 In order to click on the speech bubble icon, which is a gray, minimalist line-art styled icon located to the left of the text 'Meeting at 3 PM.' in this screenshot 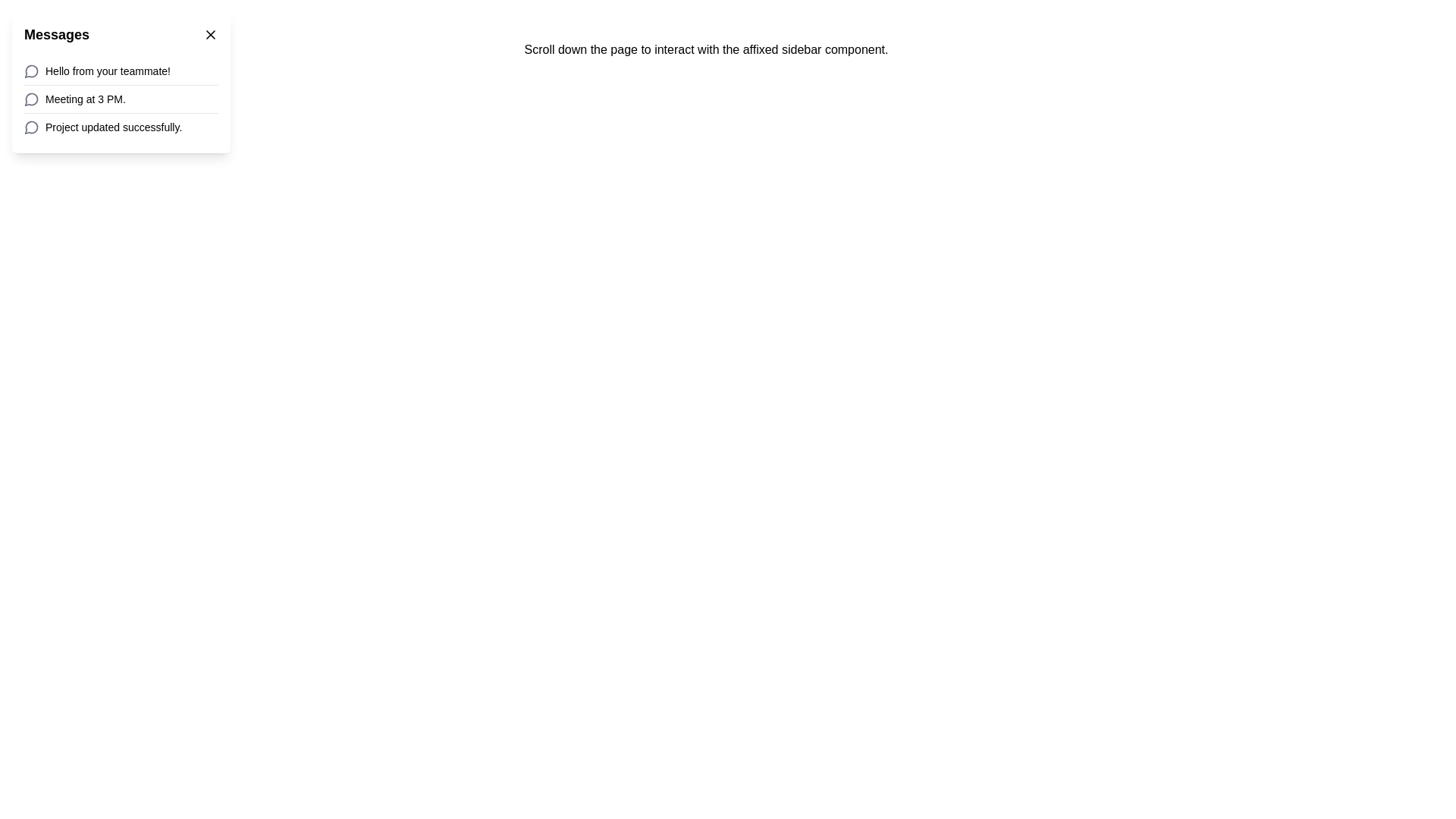, I will do `click(32, 99)`.